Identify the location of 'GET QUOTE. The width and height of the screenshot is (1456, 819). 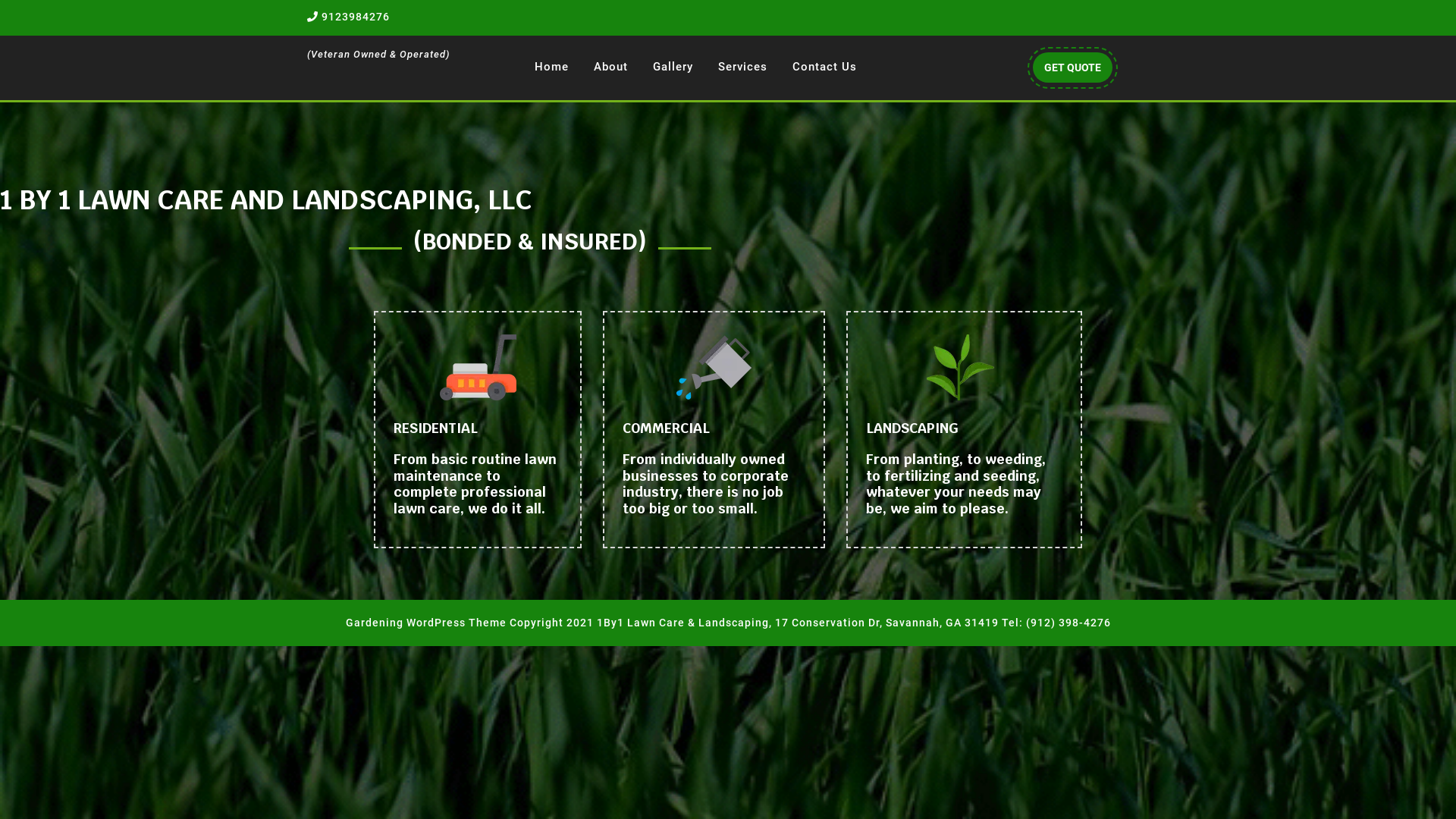
(1072, 66).